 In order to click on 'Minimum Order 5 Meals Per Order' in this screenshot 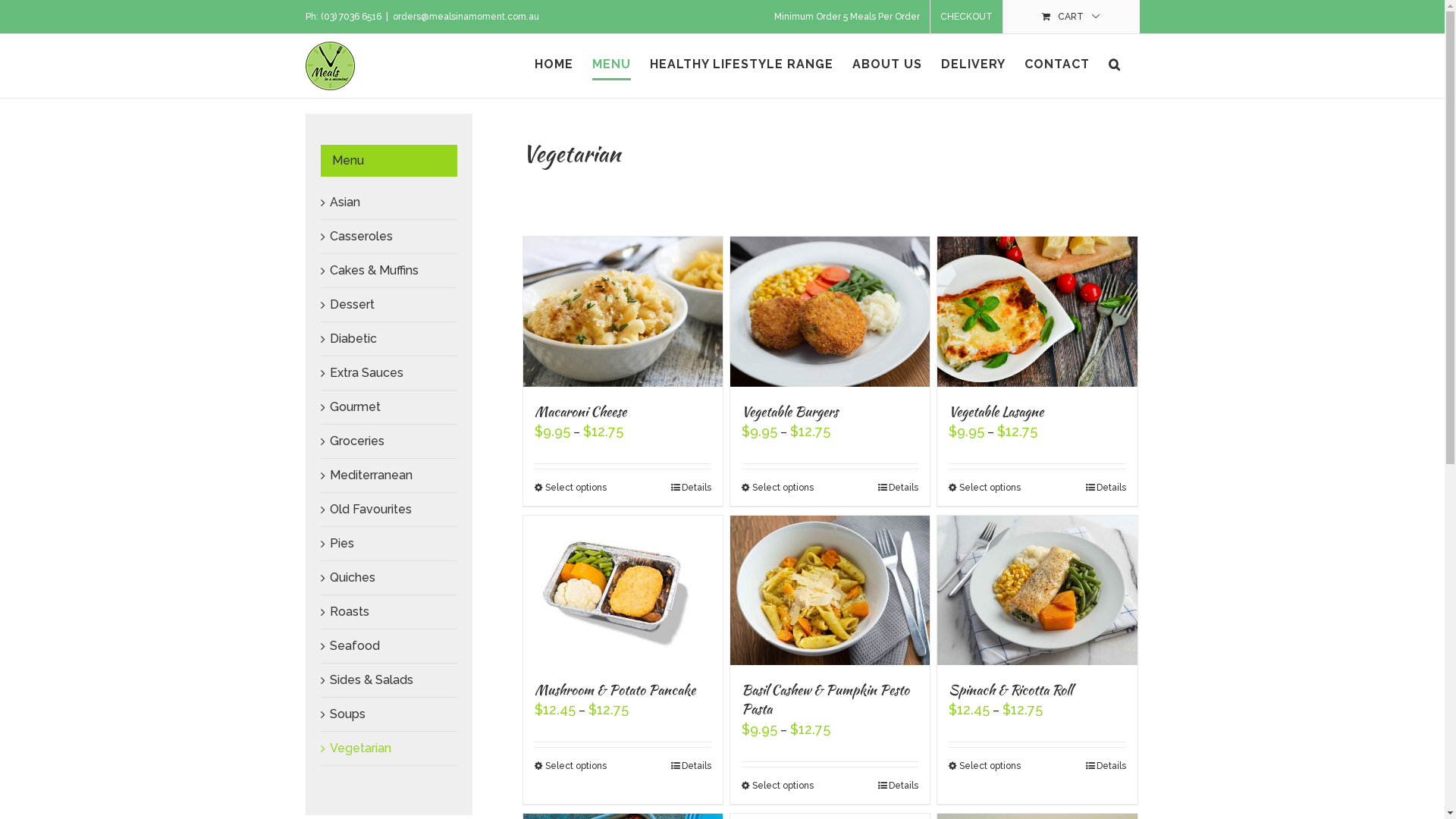, I will do `click(846, 17)`.